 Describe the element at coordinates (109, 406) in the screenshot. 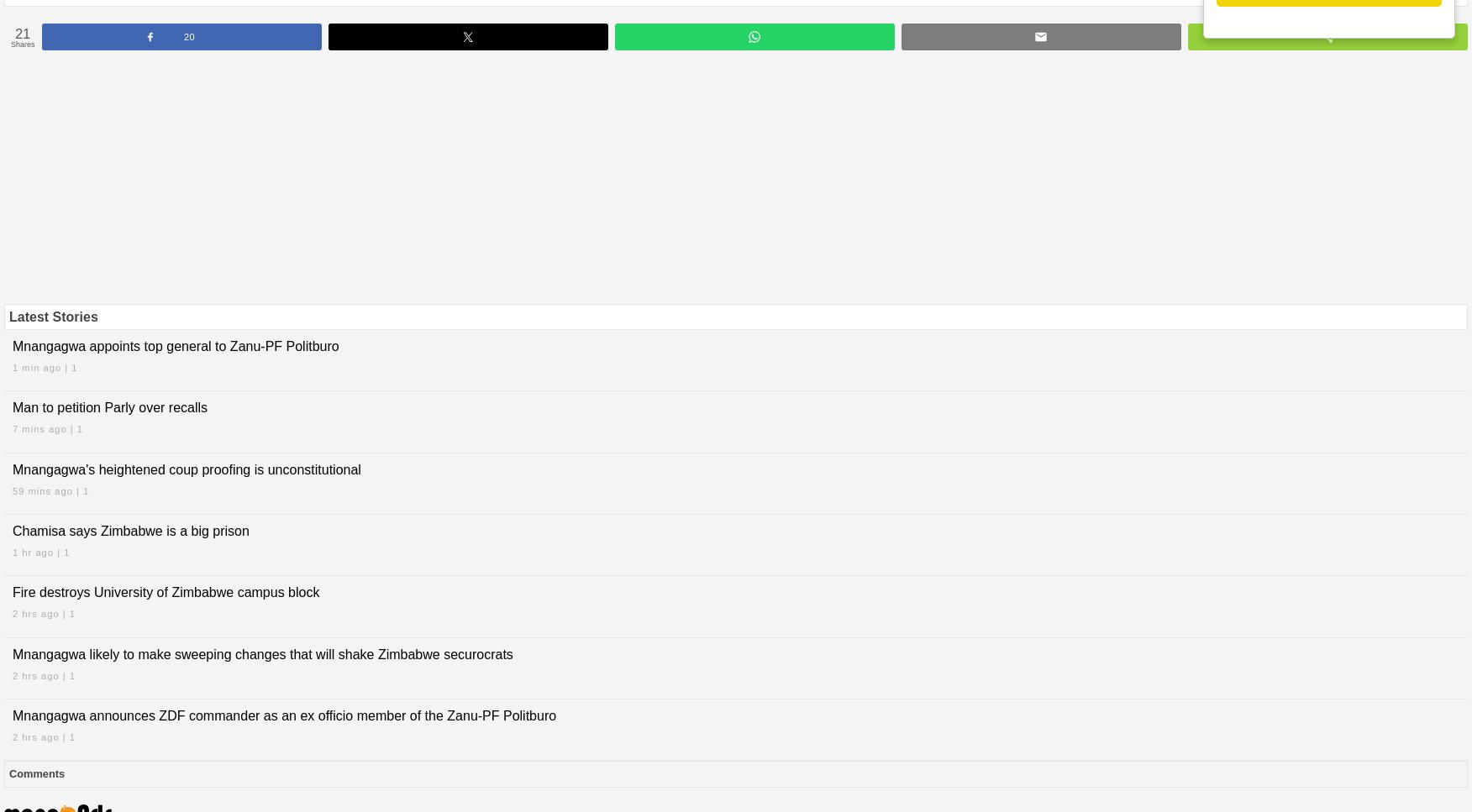

I see `'Man to petition Parly over recalls'` at that location.